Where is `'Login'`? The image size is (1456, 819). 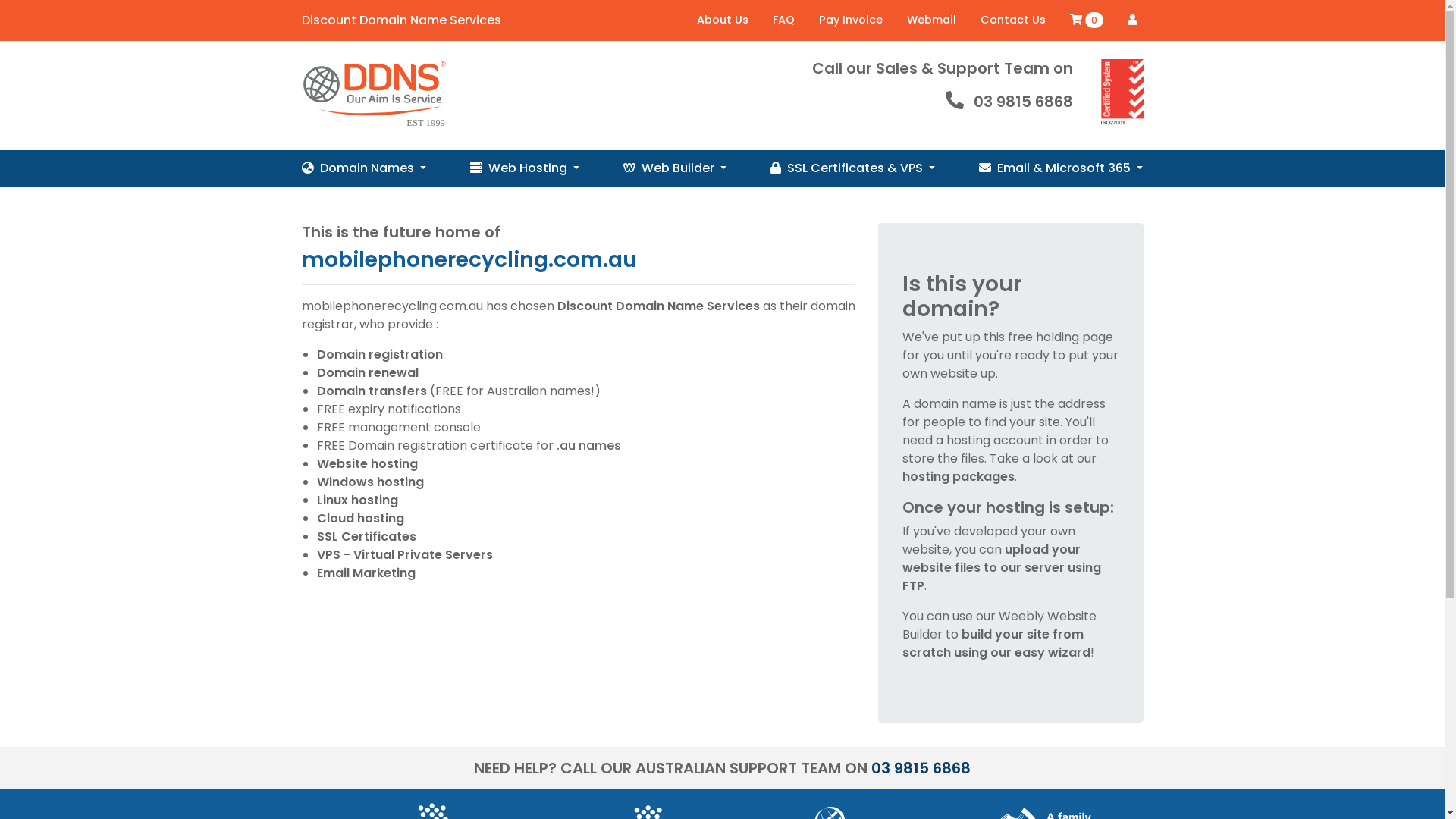
'Login' is located at coordinates (1131, 20).